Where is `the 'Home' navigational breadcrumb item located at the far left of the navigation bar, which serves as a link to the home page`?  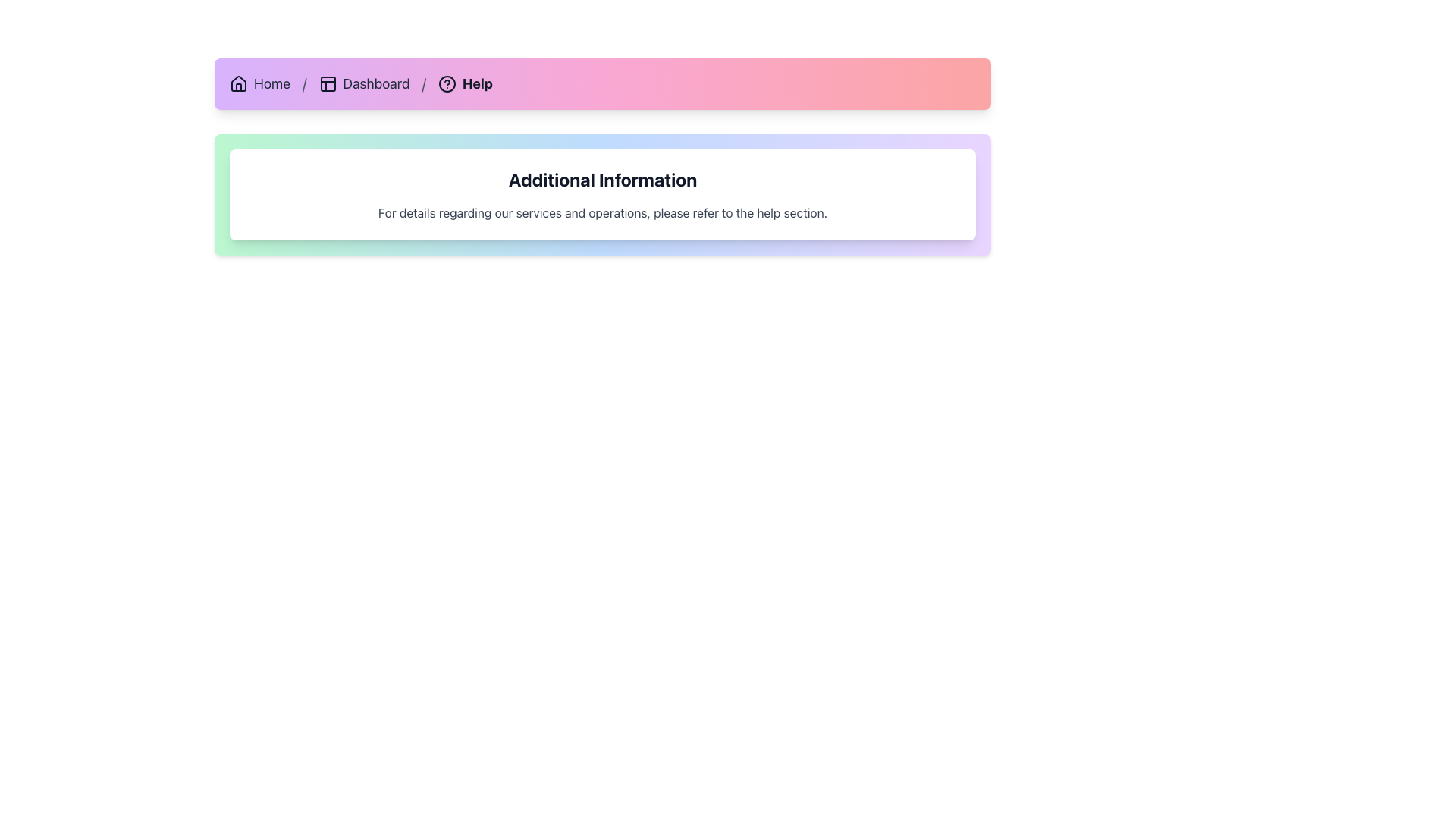 the 'Home' navigational breadcrumb item located at the far left of the navigation bar, which serves as a link to the home page is located at coordinates (259, 84).